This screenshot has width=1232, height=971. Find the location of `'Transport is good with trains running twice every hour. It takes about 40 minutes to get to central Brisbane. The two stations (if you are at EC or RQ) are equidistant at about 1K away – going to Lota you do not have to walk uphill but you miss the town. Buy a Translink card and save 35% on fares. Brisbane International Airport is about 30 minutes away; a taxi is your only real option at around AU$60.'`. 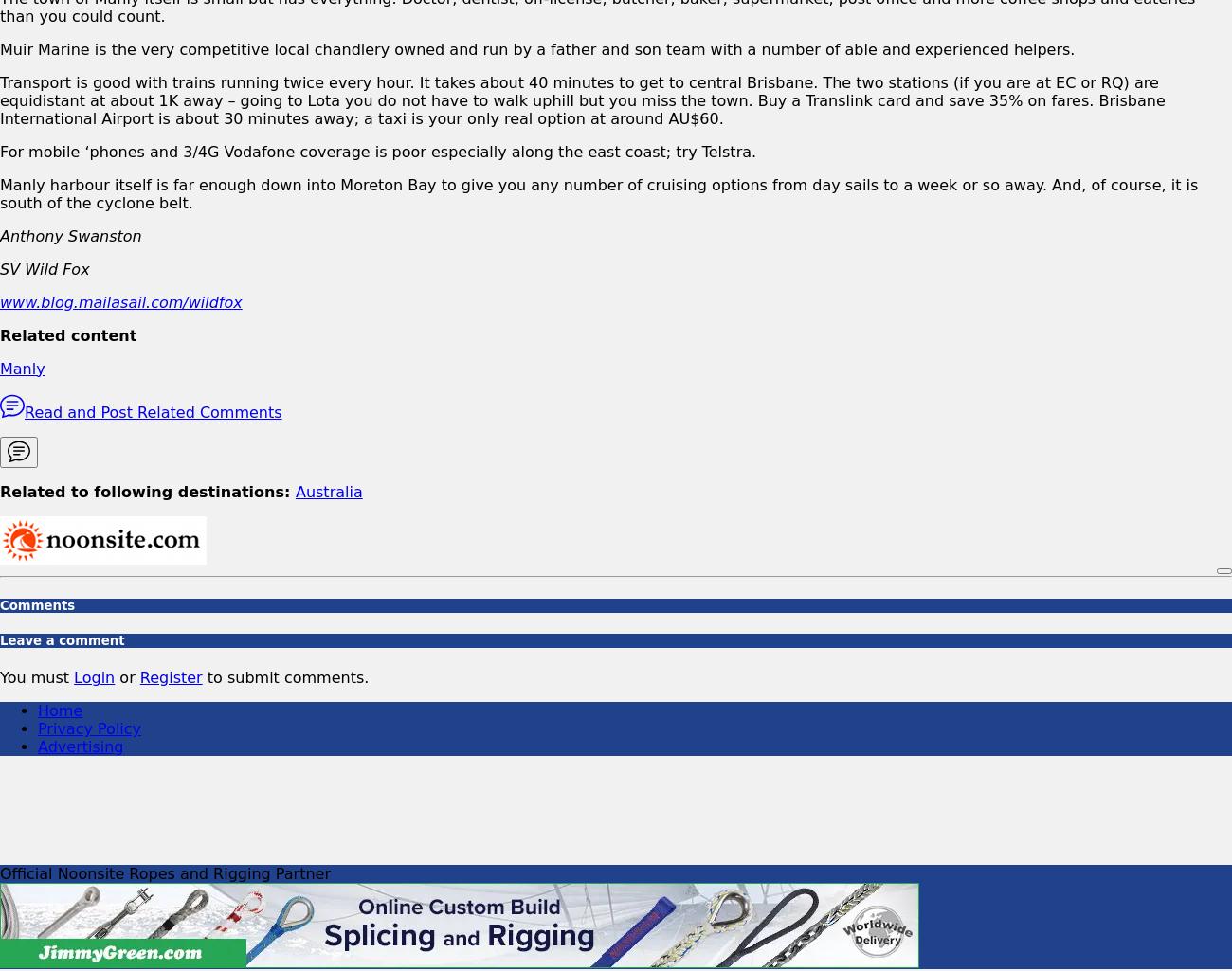

'Transport is good with trains running twice every hour. It takes about 40 minutes to get to central Brisbane. The two stations (if you are at EC or RQ) are equidistant at about 1K away – going to Lota you do not have to walk uphill but you miss the town. Buy a Translink card and save 35% on fares. Brisbane International Airport is about 30 minutes away; a taxi is your only real option at around AU$60.' is located at coordinates (582, 99).